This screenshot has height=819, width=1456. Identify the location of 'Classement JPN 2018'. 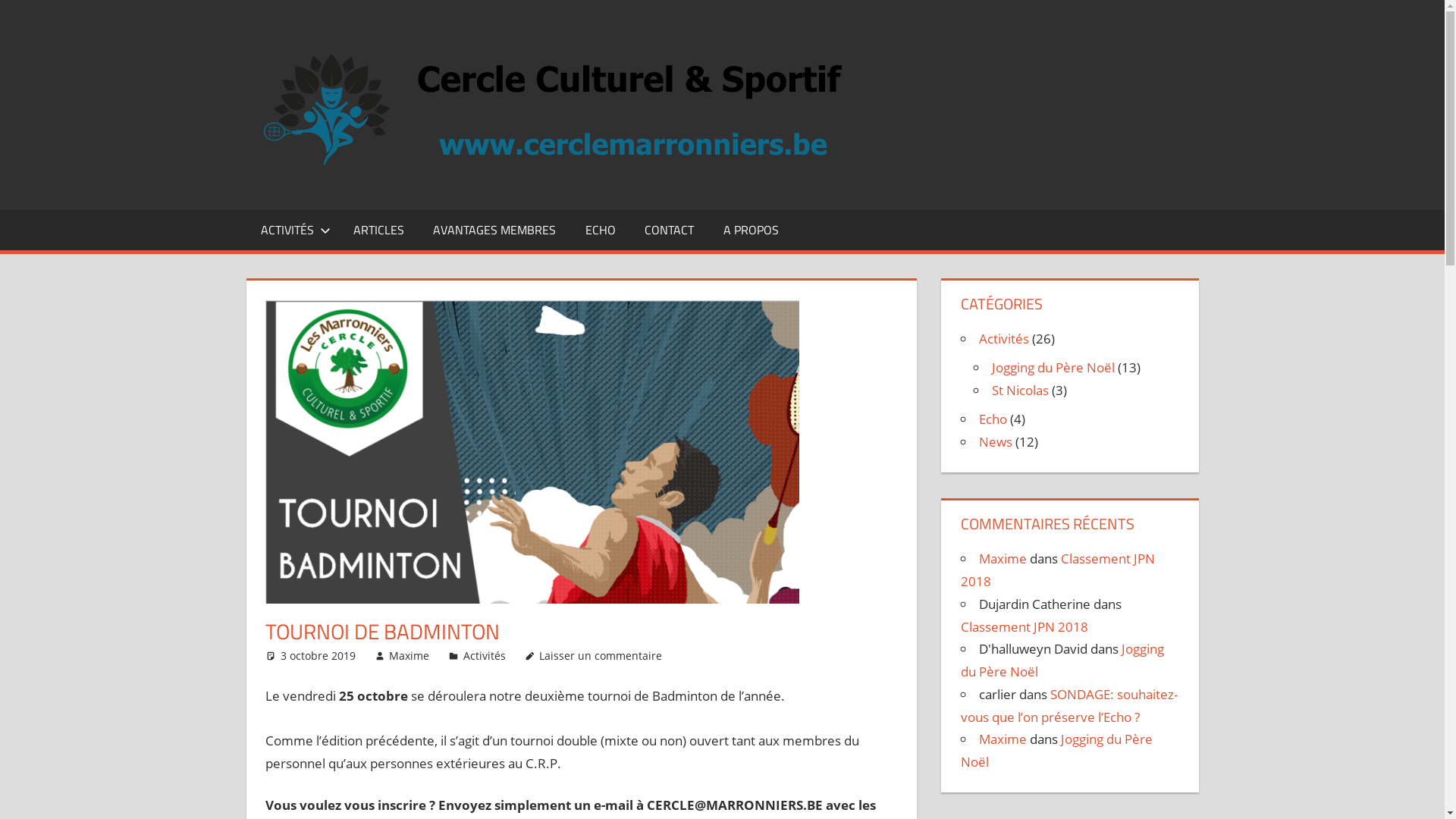
(1024, 626).